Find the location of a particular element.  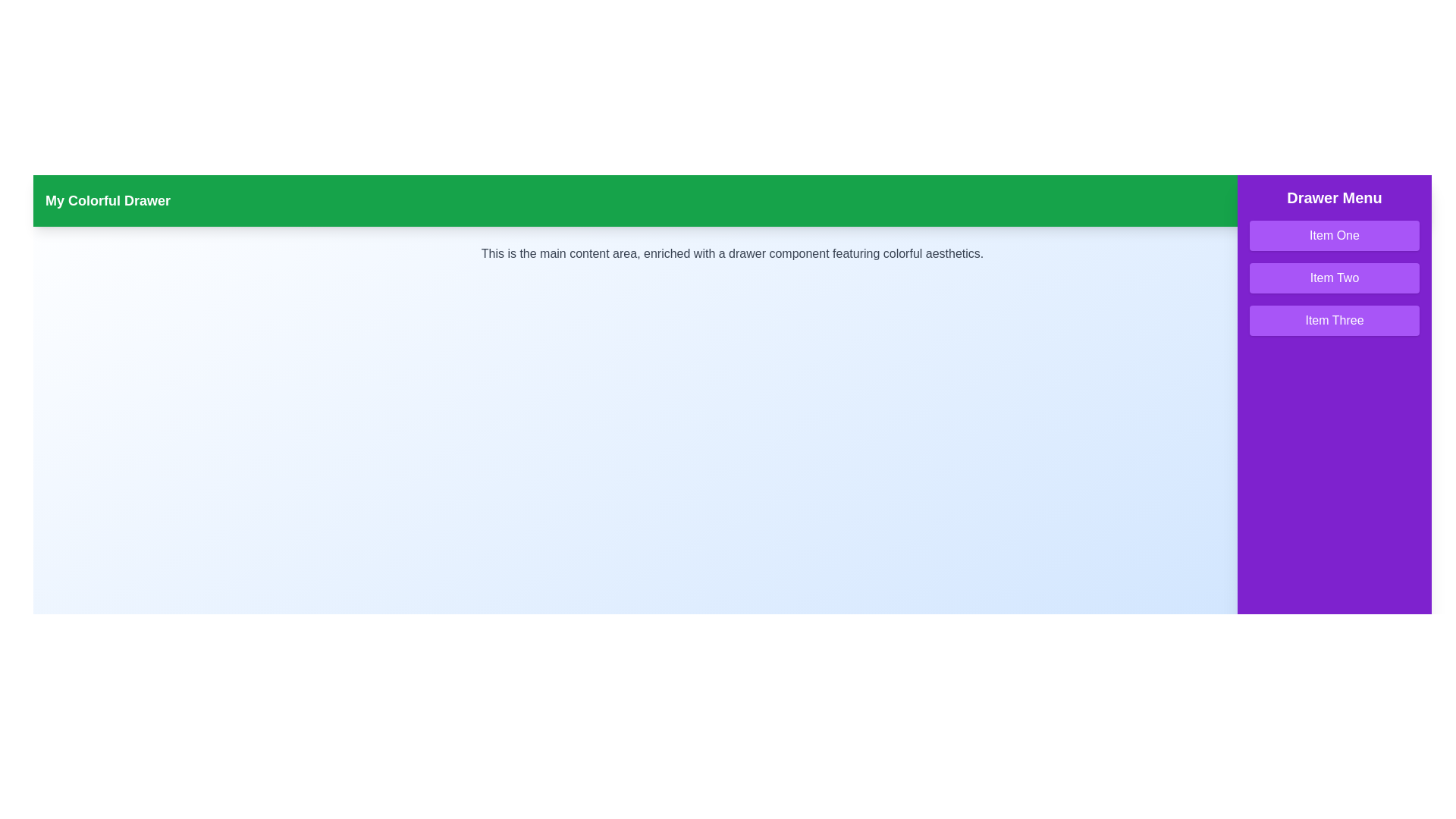

the 'Item Three' button with a vibrant purple background and white text is located at coordinates (1335, 320).